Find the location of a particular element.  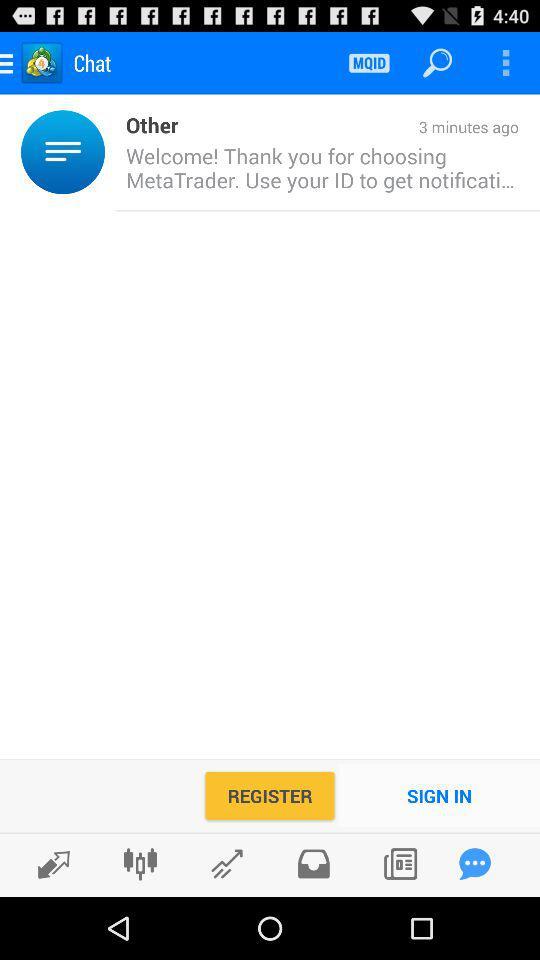

show the chart is located at coordinates (226, 863).